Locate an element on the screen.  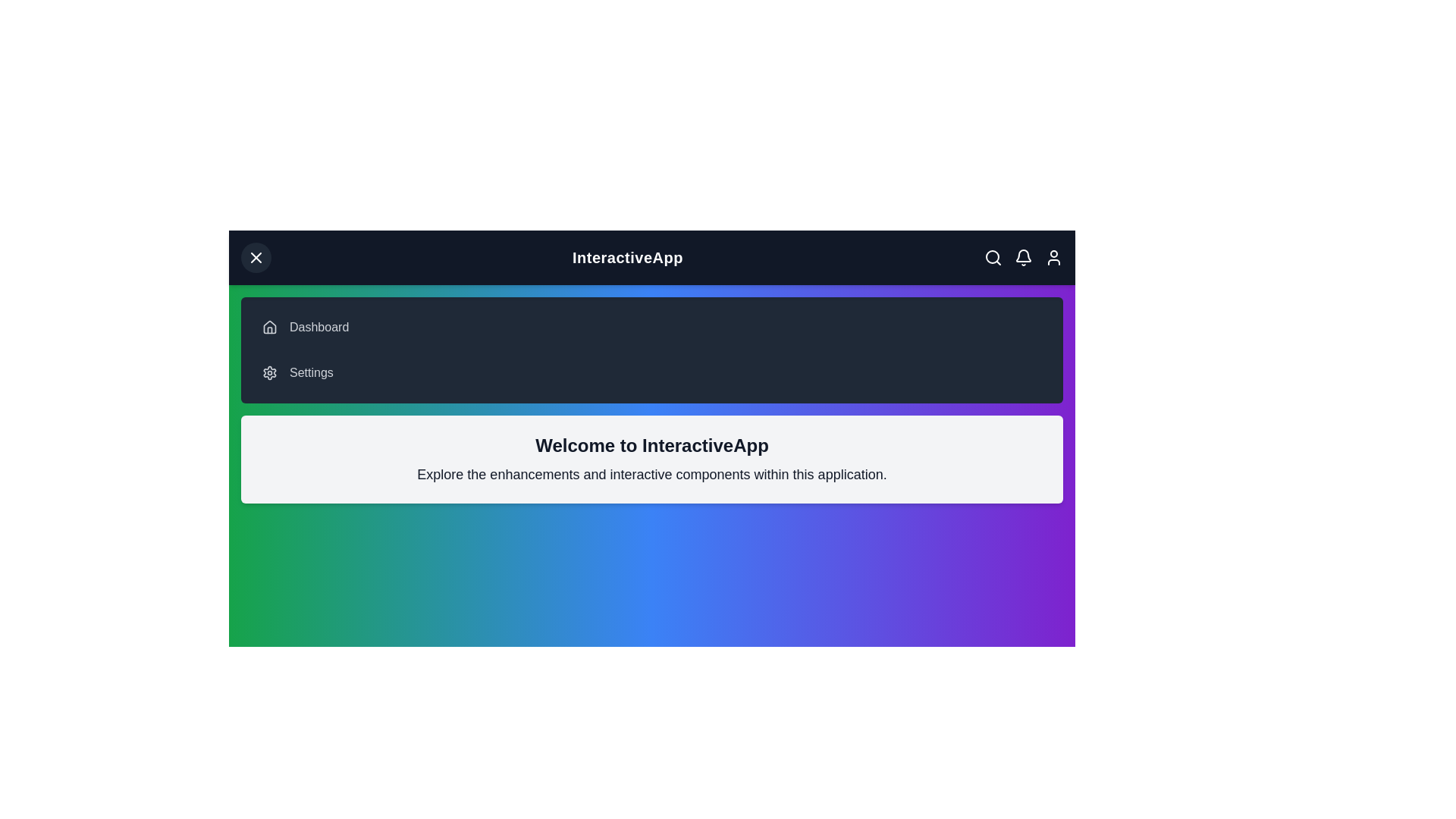
the toggle button in the top-left corner of the header to toggle the menu visibility is located at coordinates (256, 256).